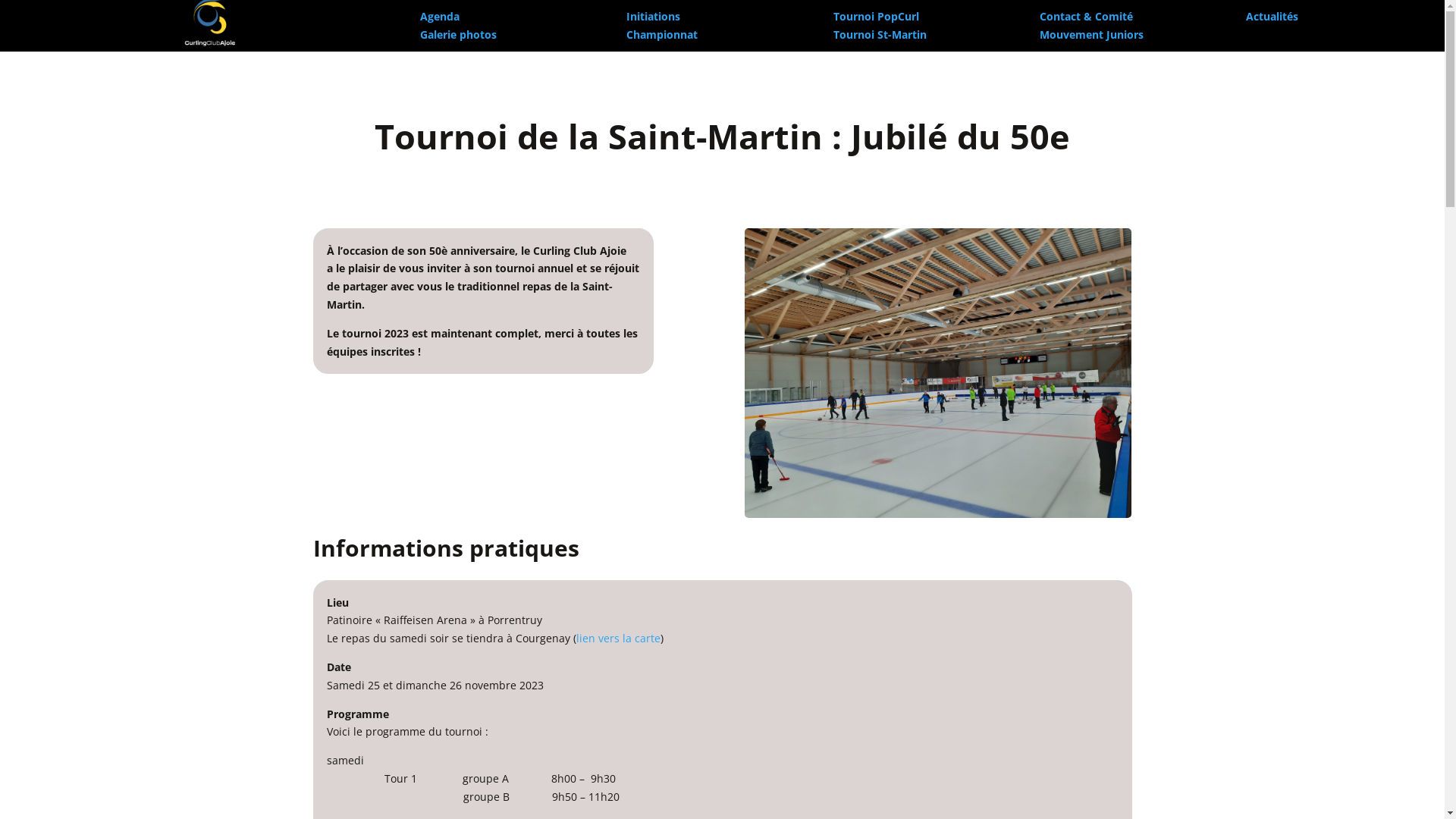 The width and height of the screenshot is (1456, 819). Describe the element at coordinates (875, 16) in the screenshot. I see `'Tournoi PopCurl'` at that location.